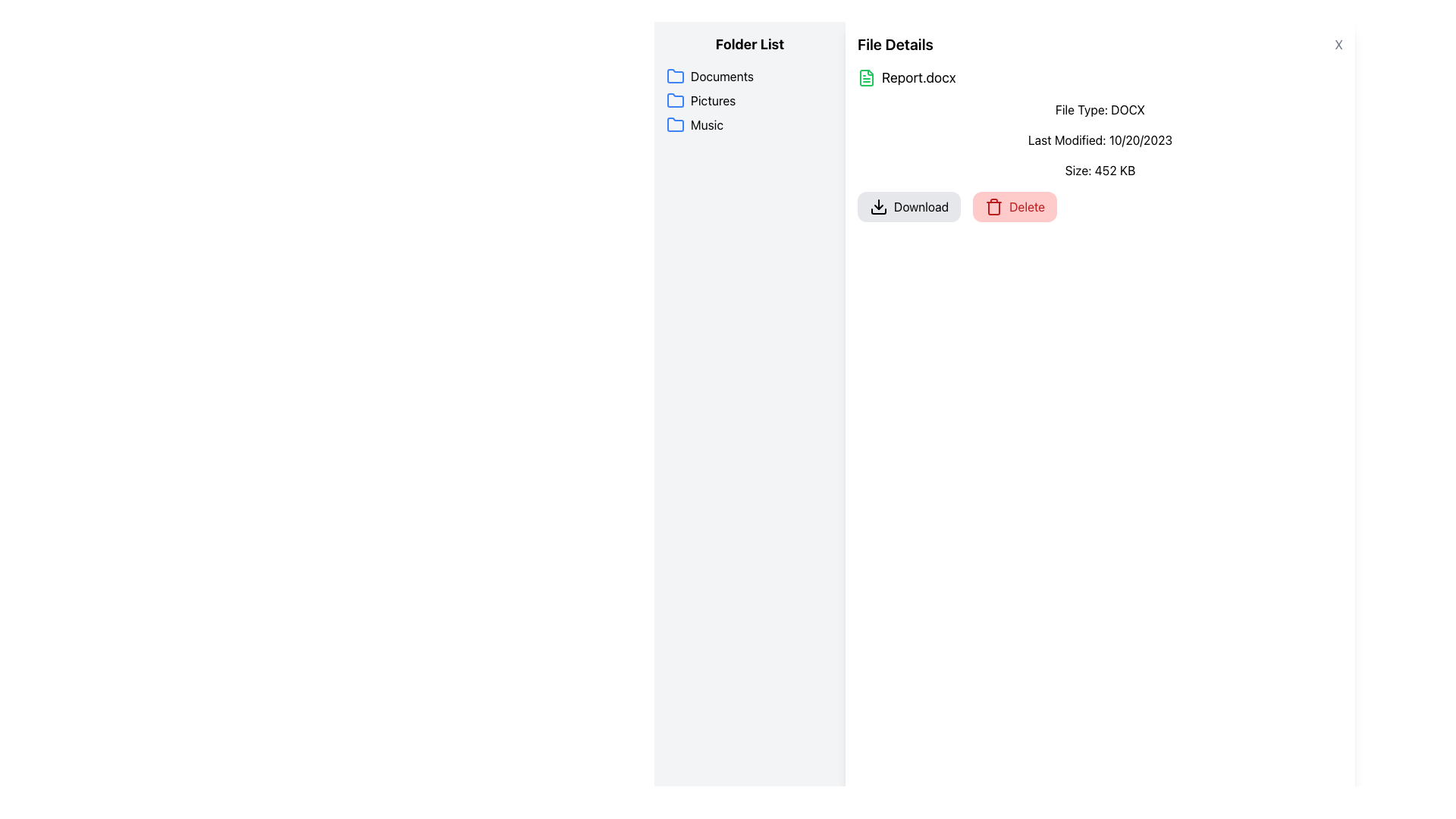 The image size is (1456, 819). What do you see at coordinates (675, 124) in the screenshot?
I see `the 'Music' folder SVG icon in the folder list` at bounding box center [675, 124].